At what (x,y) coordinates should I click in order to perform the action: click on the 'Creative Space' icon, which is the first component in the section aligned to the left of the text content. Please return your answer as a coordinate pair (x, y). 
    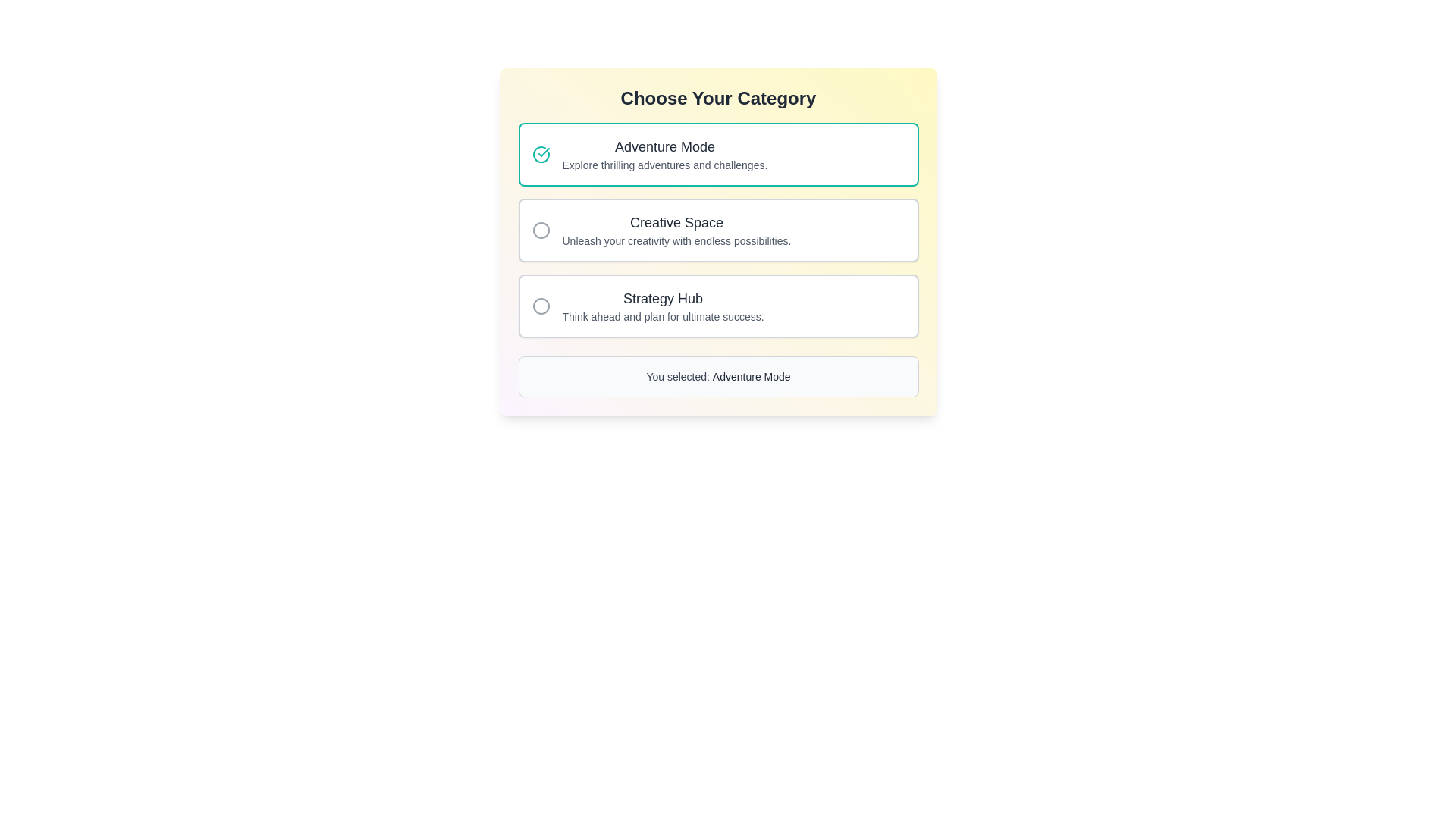
    Looking at the image, I should click on (541, 231).